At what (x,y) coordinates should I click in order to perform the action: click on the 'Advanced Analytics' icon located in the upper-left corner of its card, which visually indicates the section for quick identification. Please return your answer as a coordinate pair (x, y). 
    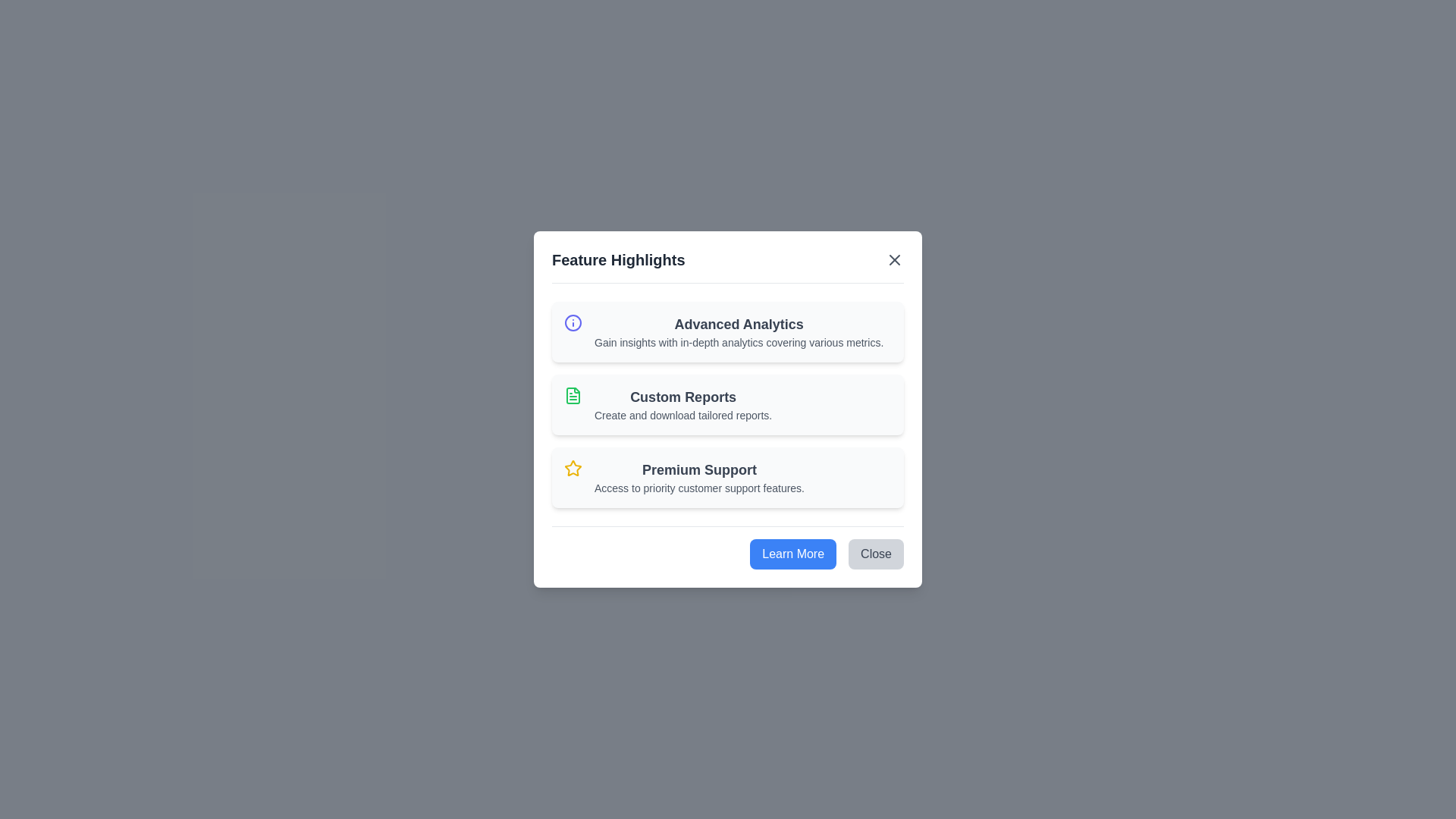
    Looking at the image, I should click on (572, 322).